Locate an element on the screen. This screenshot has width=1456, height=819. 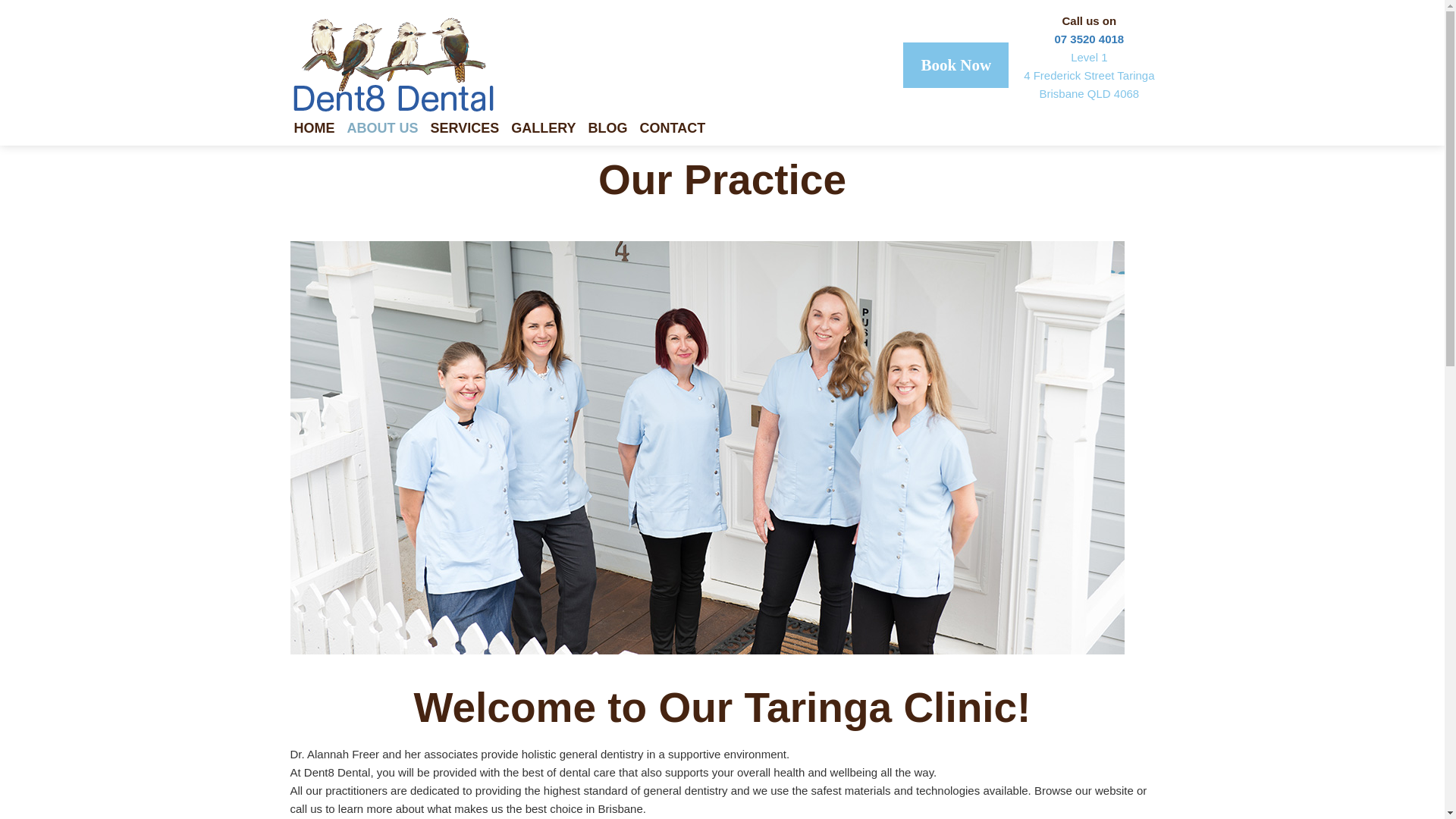
'GALLERY' is located at coordinates (548, 130).